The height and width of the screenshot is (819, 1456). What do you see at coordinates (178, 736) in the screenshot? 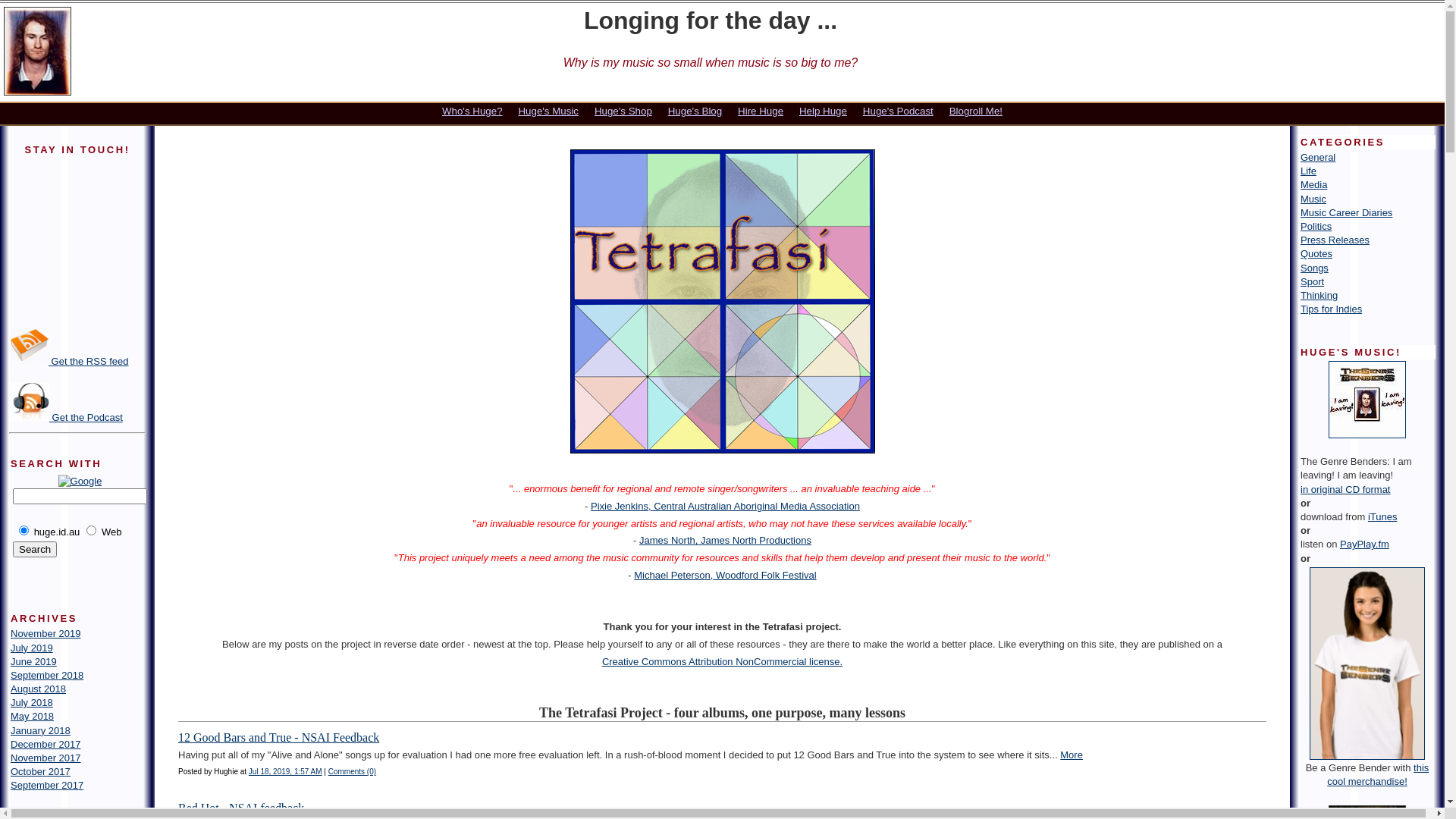
I see `'12 Good Bars and True - NSAI Feedback'` at bounding box center [178, 736].